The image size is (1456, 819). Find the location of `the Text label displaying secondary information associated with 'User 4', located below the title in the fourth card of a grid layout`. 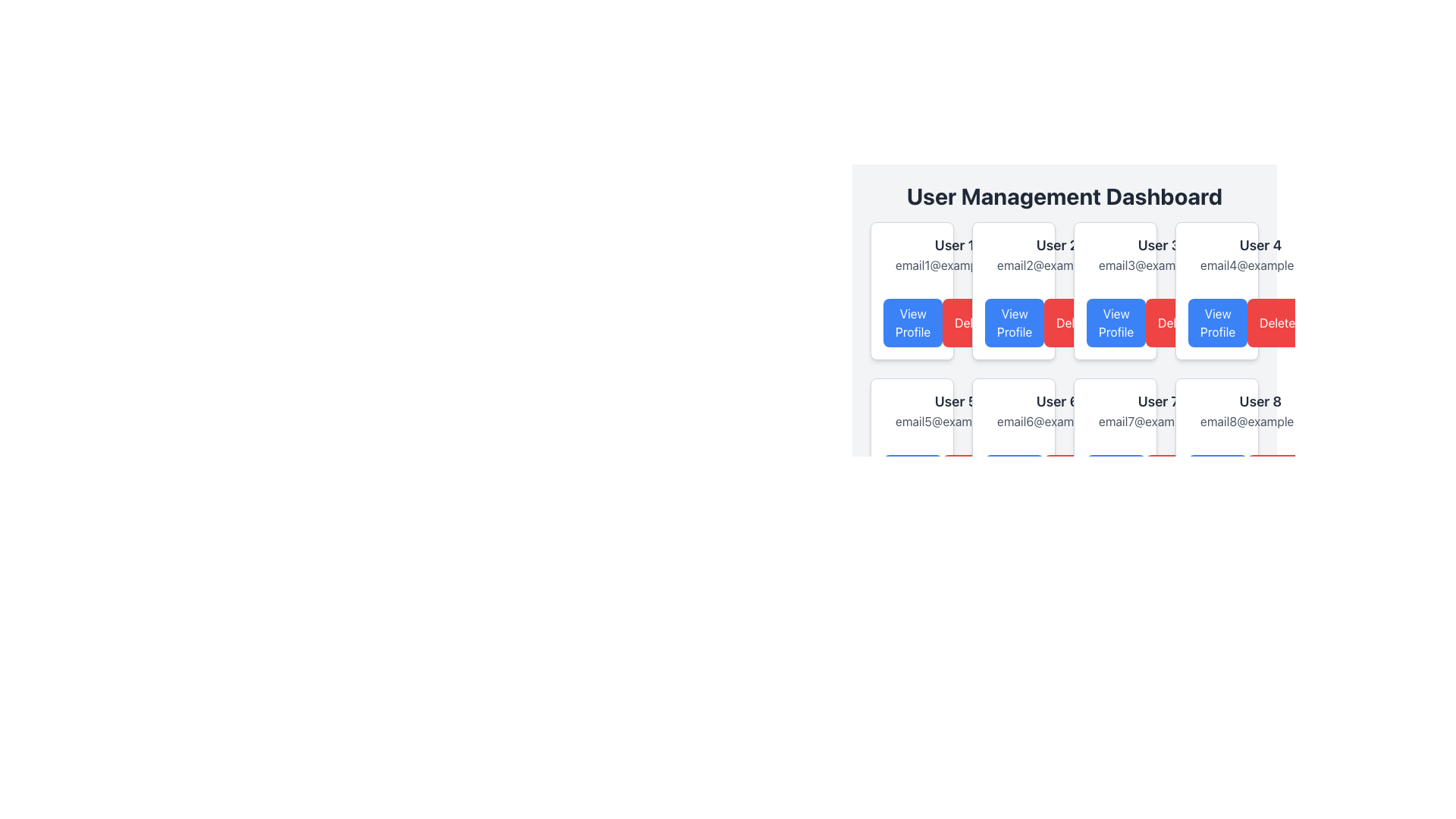

the Text label displaying secondary information associated with 'User 4', located below the title in the fourth card of a grid layout is located at coordinates (1216, 253).